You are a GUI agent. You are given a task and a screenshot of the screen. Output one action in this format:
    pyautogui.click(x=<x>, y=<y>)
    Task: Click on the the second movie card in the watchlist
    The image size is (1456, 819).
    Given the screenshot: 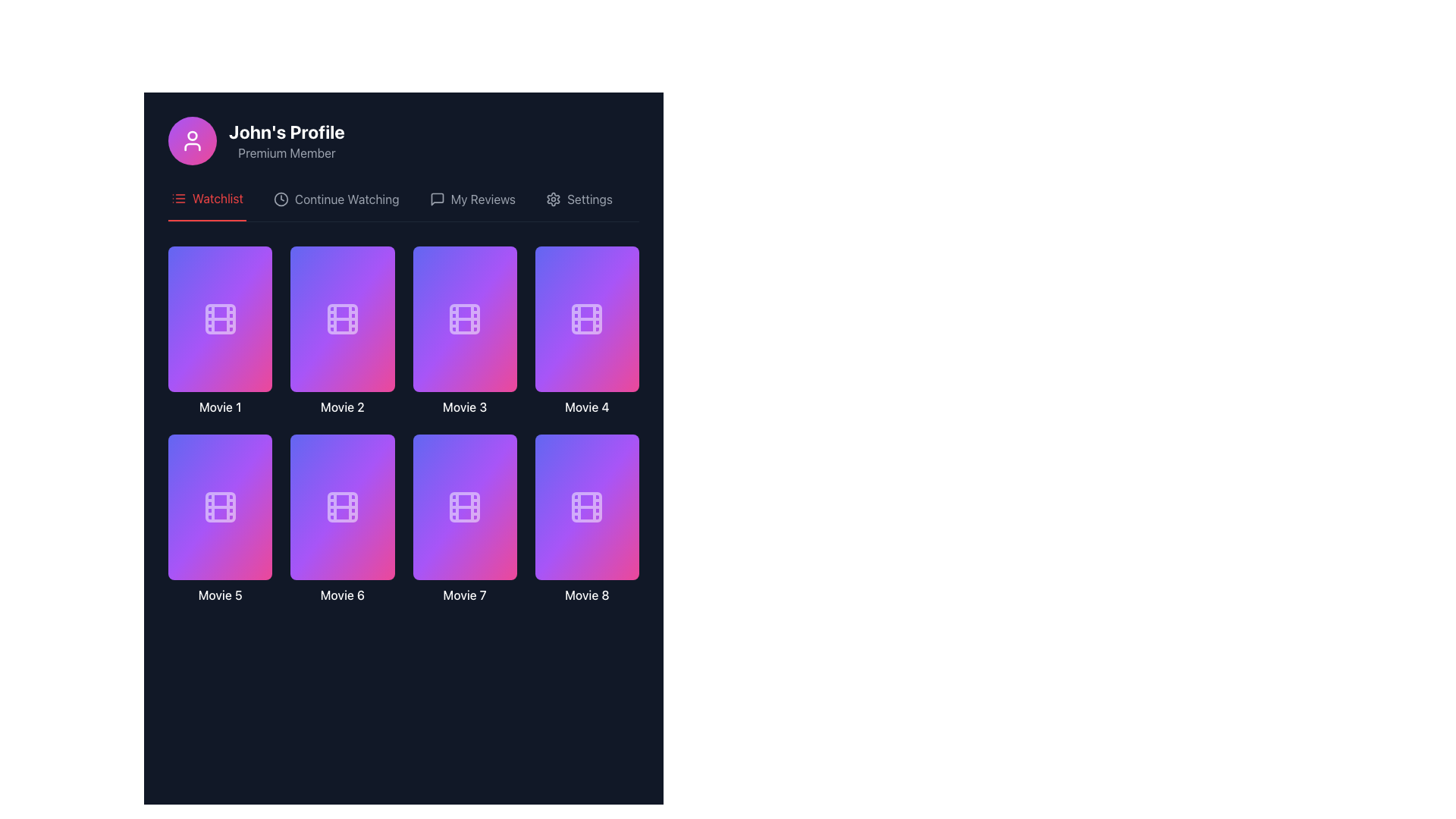 What is the action you would take?
    pyautogui.click(x=341, y=330)
    